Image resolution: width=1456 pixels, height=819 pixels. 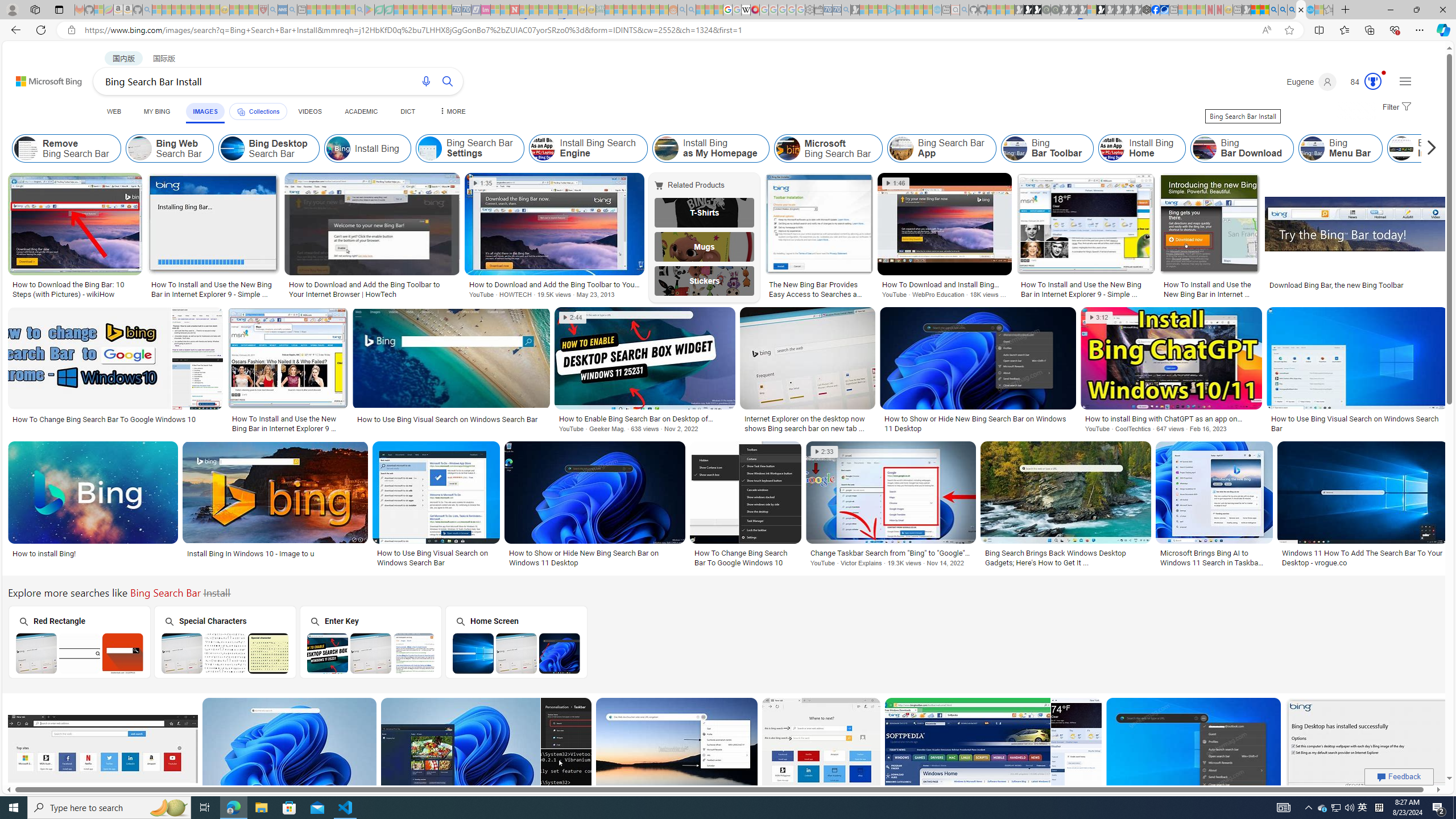 I want to click on 'MORE', so click(x=452, y=111).